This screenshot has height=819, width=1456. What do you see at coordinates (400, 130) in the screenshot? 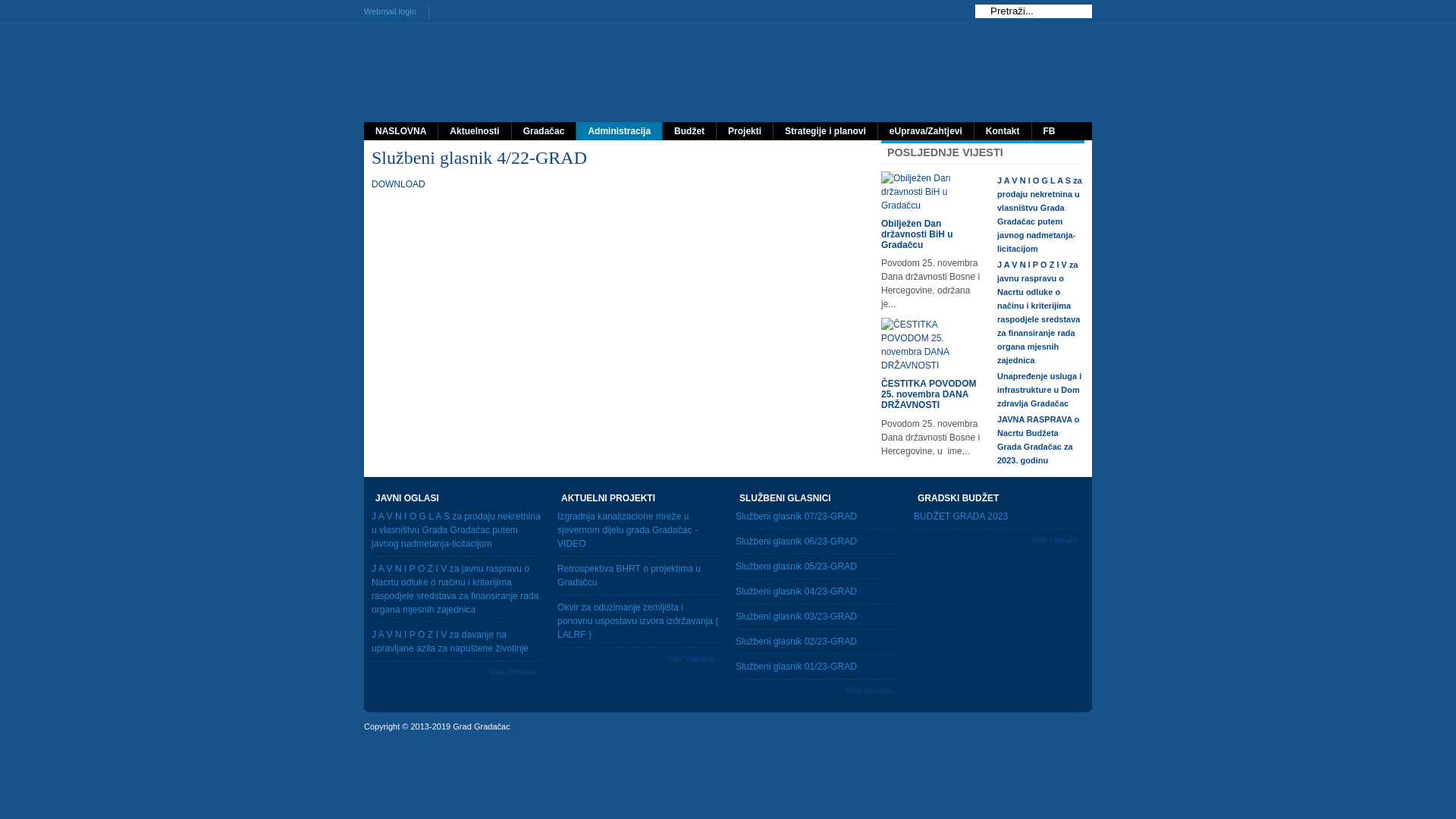
I see `'NASLOVNA'` at bounding box center [400, 130].